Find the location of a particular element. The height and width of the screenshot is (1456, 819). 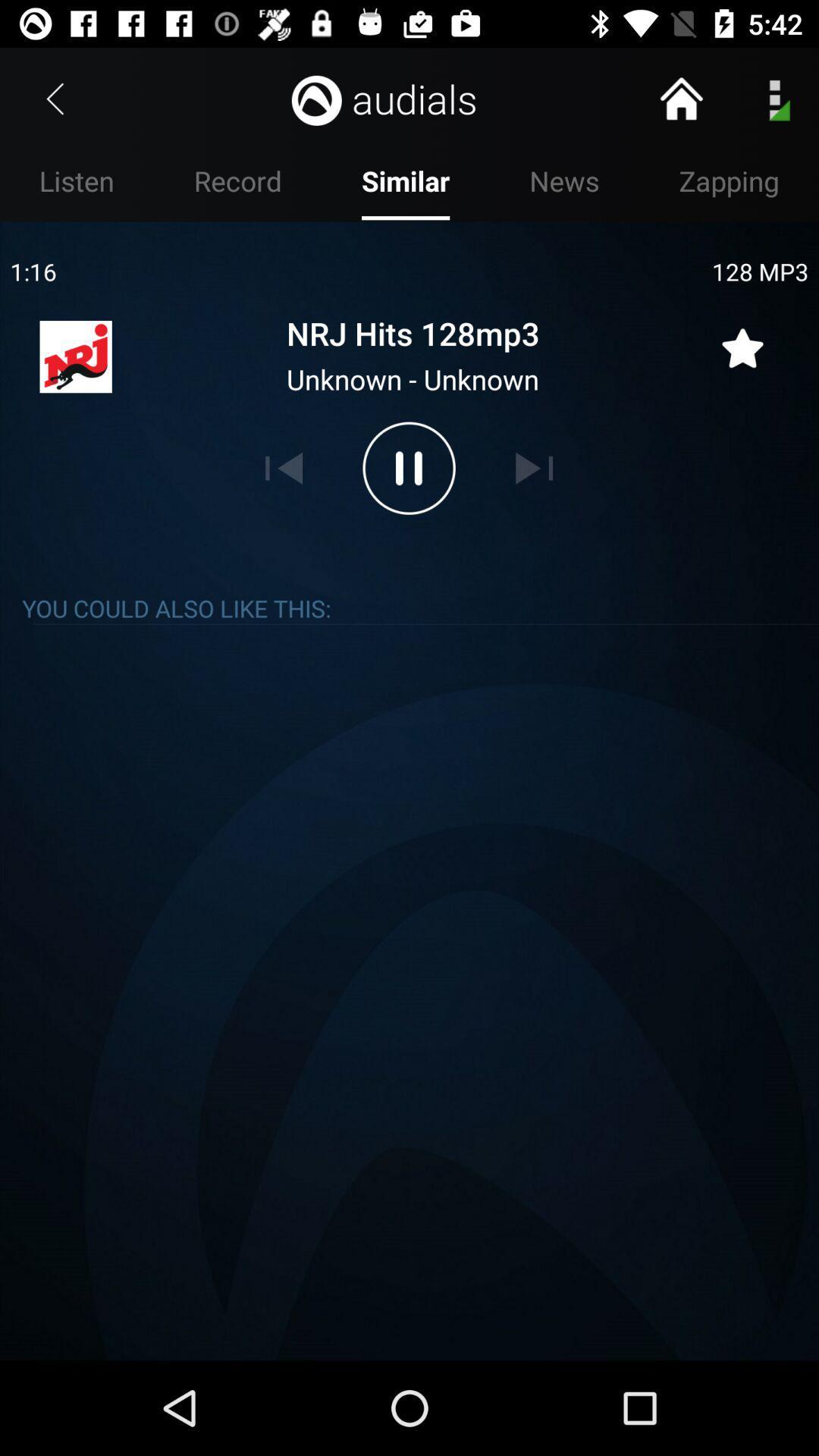

next song is located at coordinates (533, 467).